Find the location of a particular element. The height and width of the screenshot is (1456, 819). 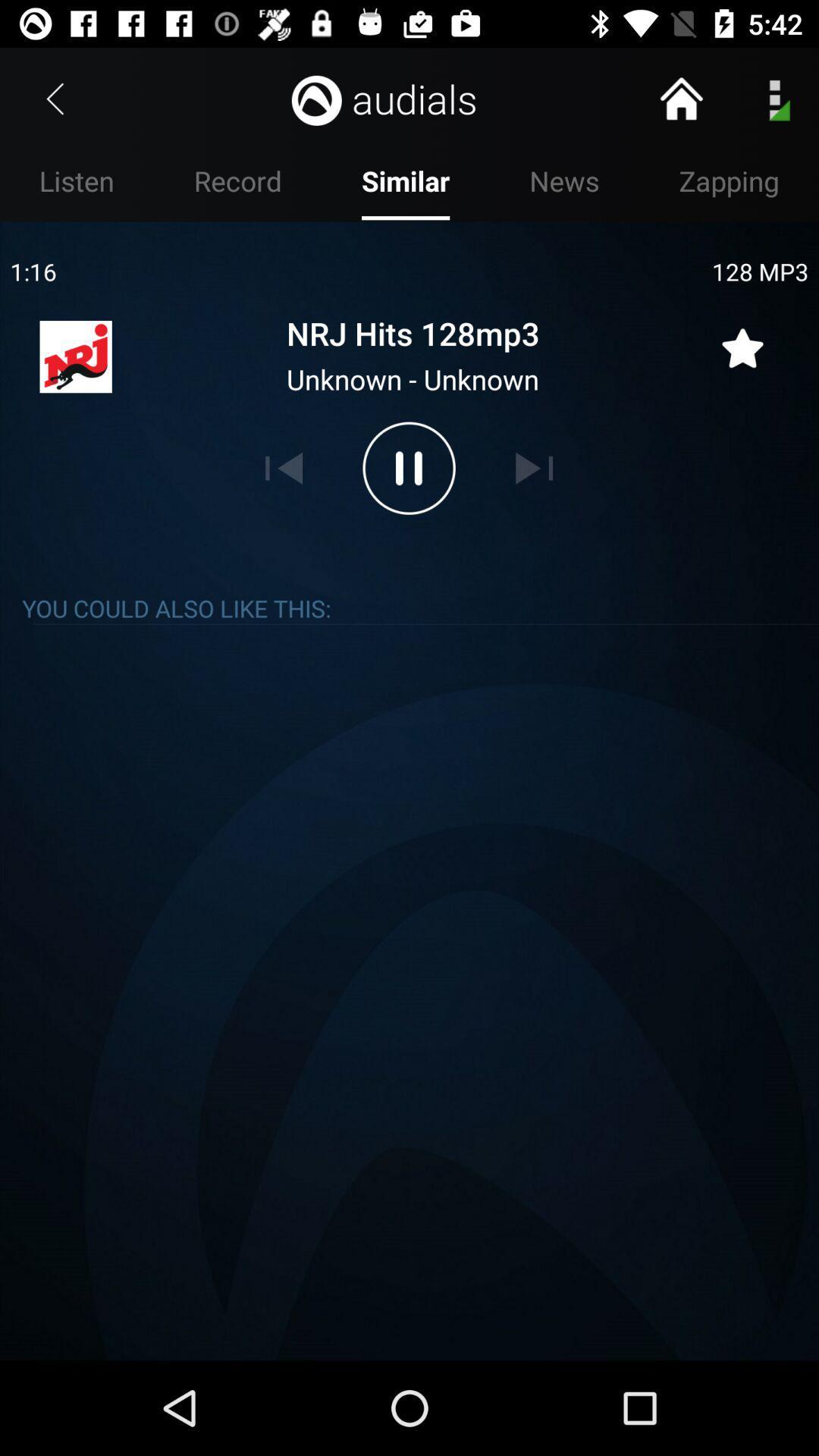

next song is located at coordinates (533, 467).